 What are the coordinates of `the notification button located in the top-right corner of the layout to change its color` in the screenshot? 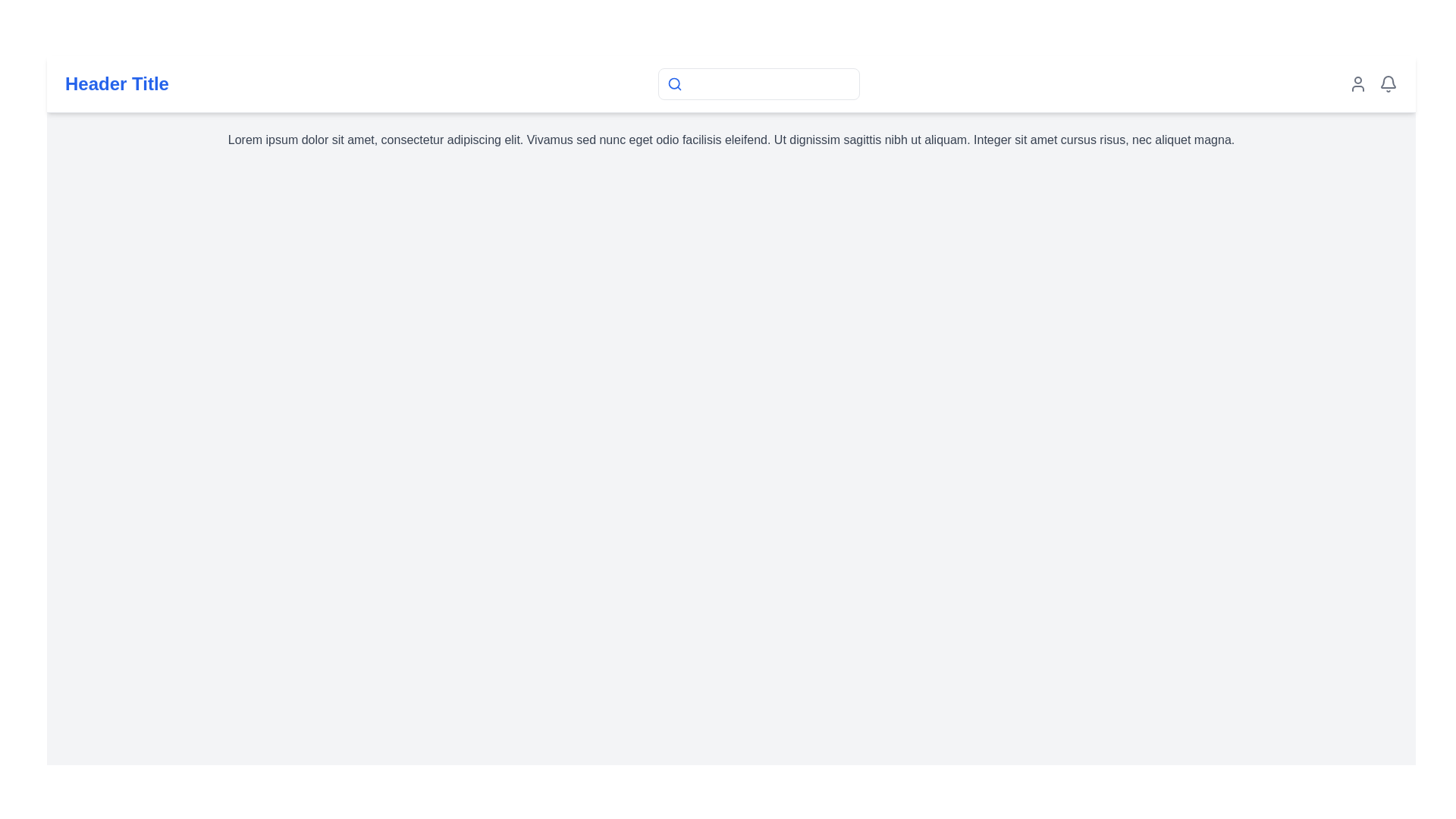 It's located at (1388, 84).